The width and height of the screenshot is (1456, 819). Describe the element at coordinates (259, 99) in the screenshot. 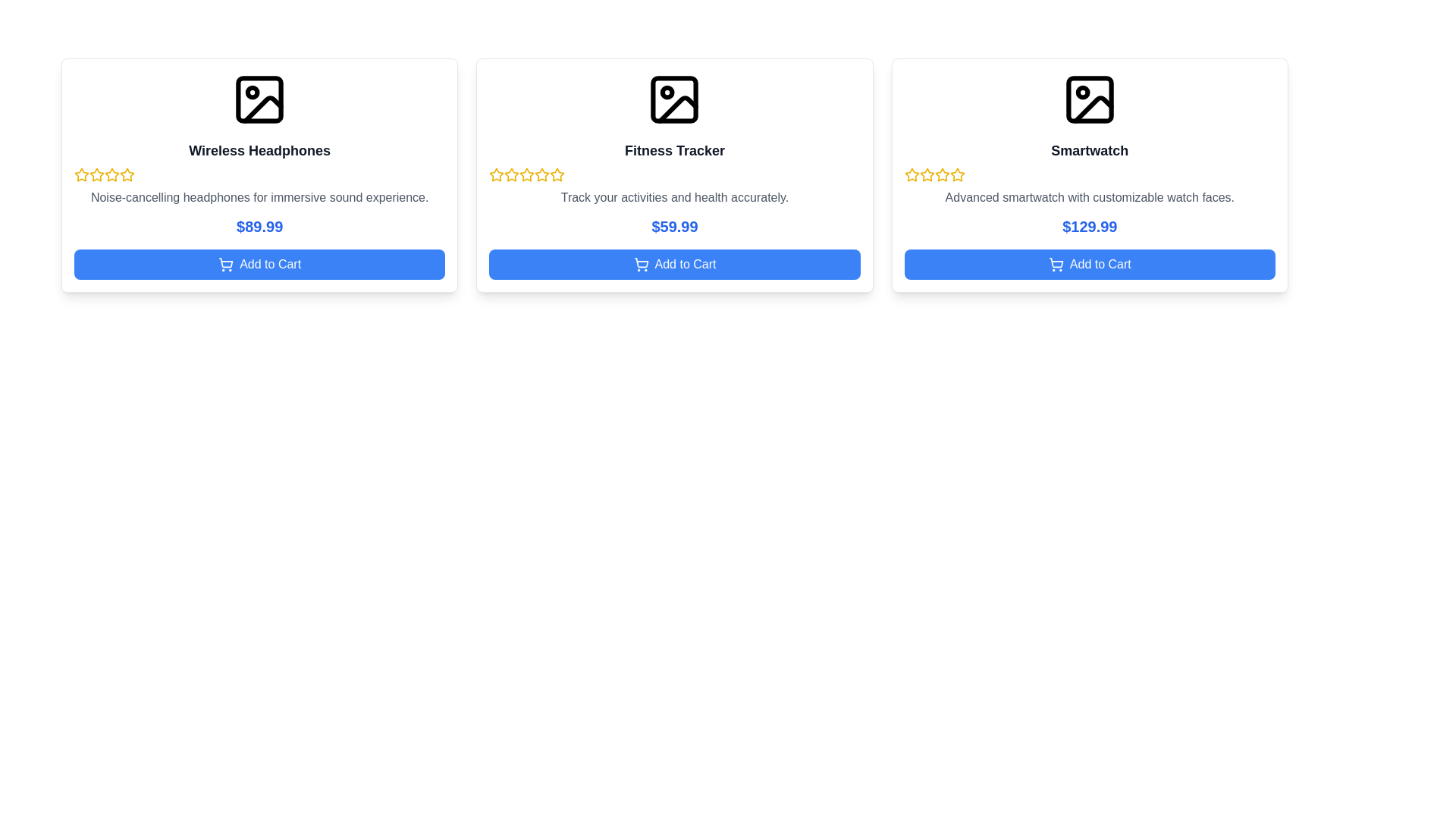

I see `the image placeholder representing 'Wireless Headphones', which is the topmost element in the product card layout` at that location.